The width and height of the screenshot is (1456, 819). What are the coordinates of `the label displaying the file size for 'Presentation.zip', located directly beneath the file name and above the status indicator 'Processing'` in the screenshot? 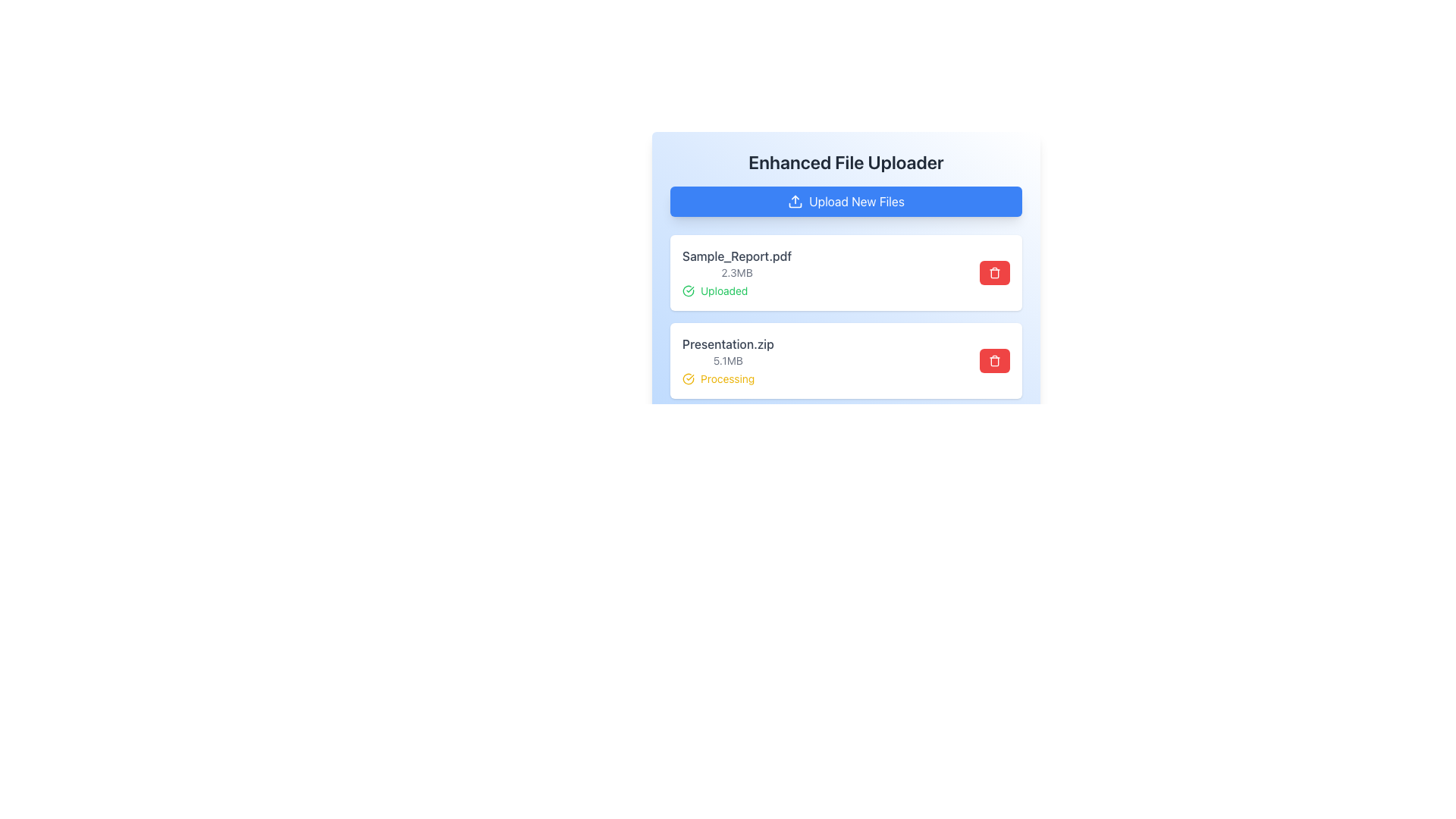 It's located at (728, 360).